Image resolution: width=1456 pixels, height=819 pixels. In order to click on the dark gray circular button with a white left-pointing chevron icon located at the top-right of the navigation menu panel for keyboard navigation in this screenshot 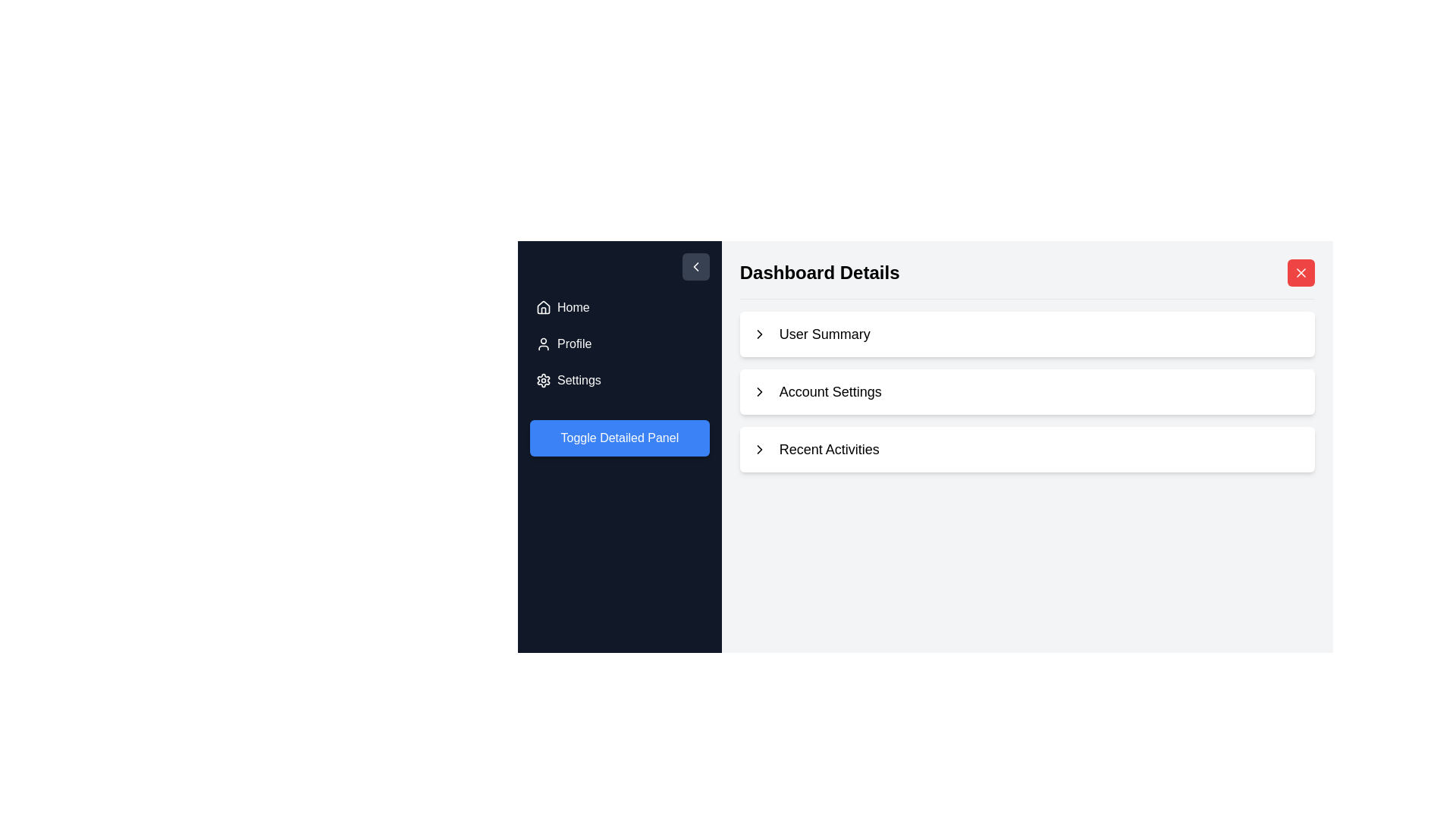, I will do `click(695, 265)`.